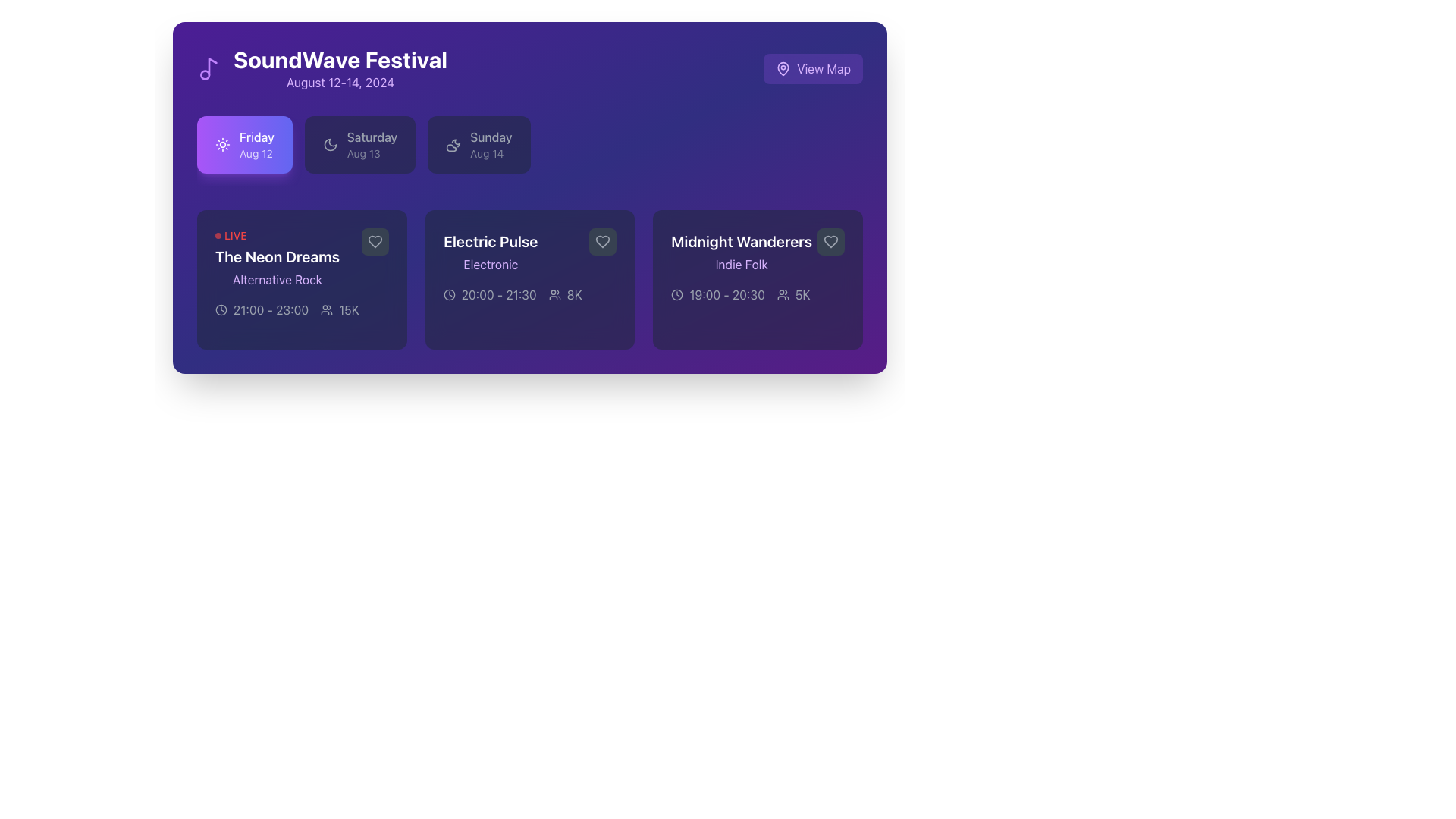  What do you see at coordinates (830, 241) in the screenshot?
I see `the heart-shaped icon button filled with a dark color located` at bounding box center [830, 241].